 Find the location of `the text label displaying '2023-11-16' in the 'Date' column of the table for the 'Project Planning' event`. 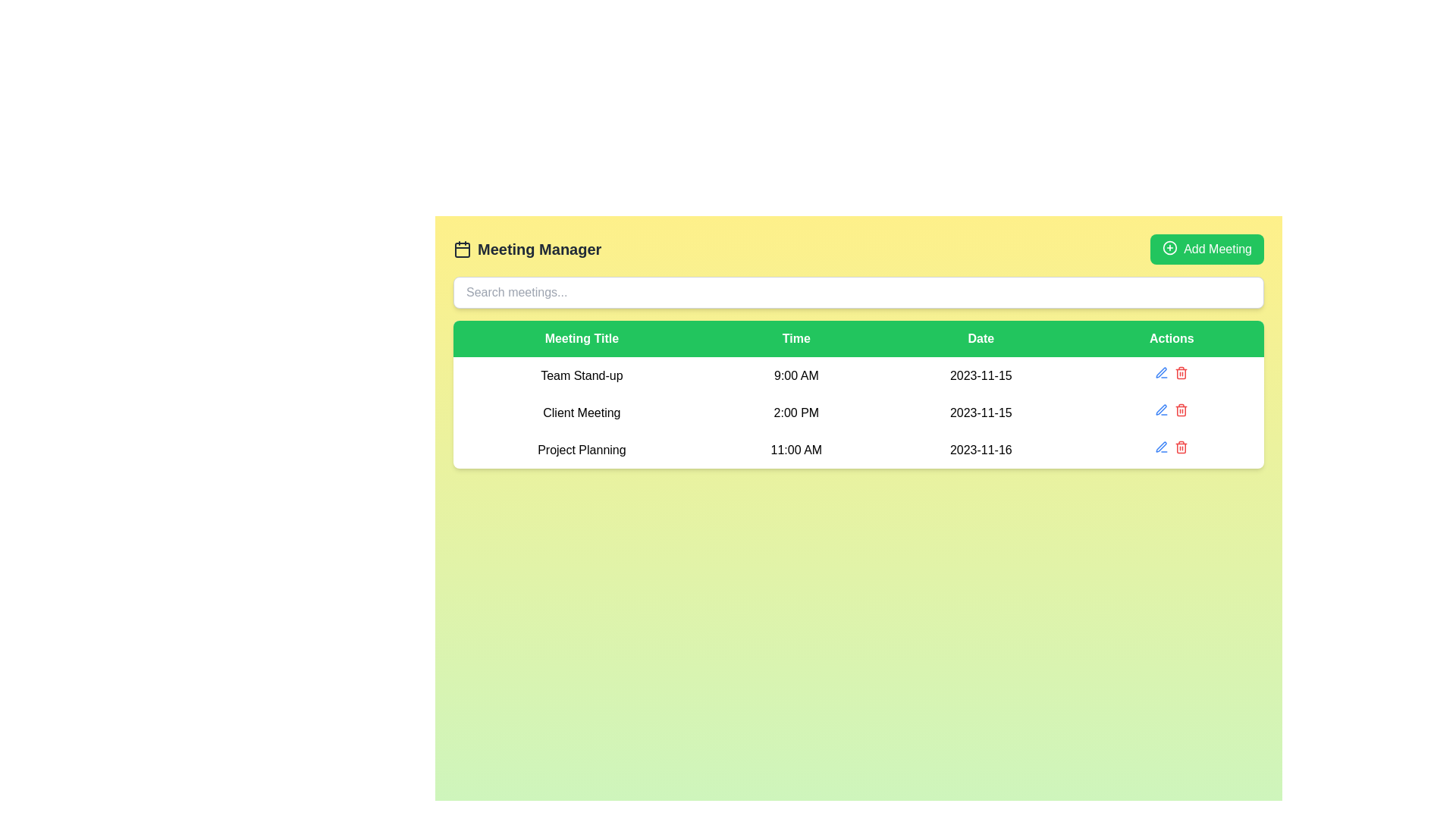

the text label displaying '2023-11-16' in the 'Date' column of the table for the 'Project Planning' event is located at coordinates (981, 449).